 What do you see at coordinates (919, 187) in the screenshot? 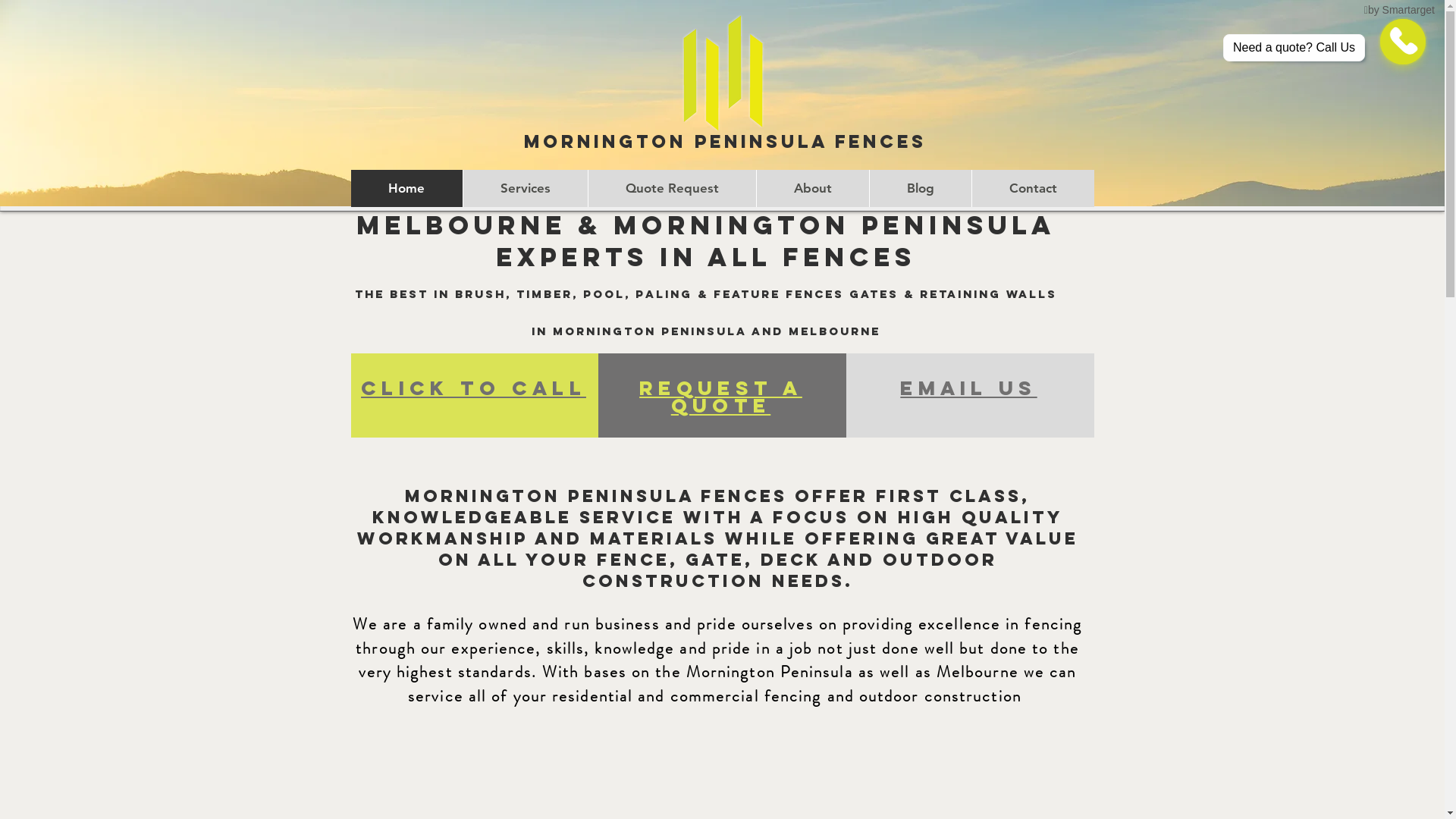
I see `'Blog'` at bounding box center [919, 187].